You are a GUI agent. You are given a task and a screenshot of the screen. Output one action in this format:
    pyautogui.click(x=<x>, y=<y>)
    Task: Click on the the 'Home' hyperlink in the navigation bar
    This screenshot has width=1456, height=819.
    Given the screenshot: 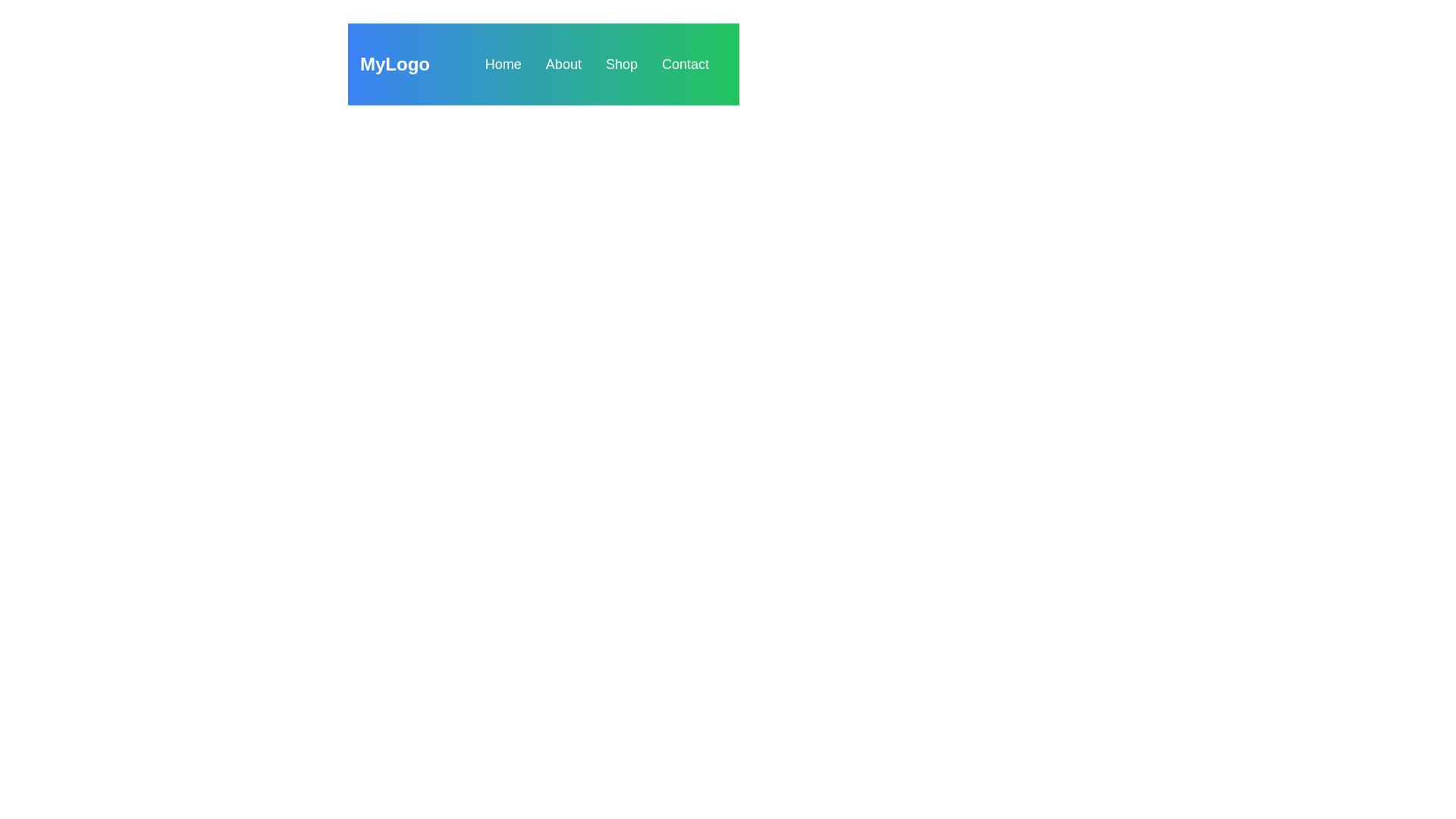 What is the action you would take?
    pyautogui.click(x=503, y=63)
    